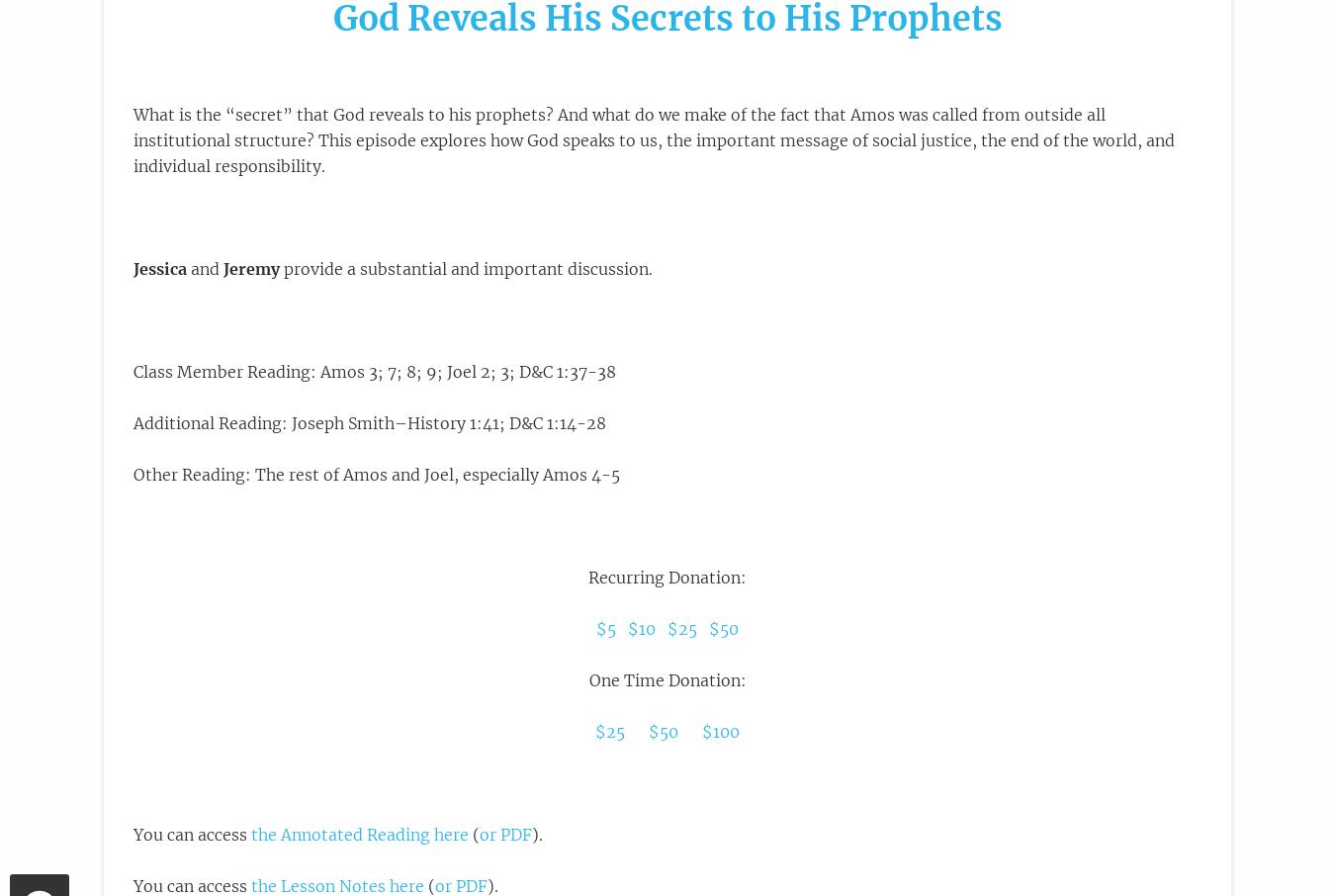 This screenshot has width=1335, height=896. Describe the element at coordinates (374, 370) in the screenshot. I see `'Class Member Reading: Amos 3; 7; 8; 9; Joel 2; 3; D&C 1:37-38'` at that location.